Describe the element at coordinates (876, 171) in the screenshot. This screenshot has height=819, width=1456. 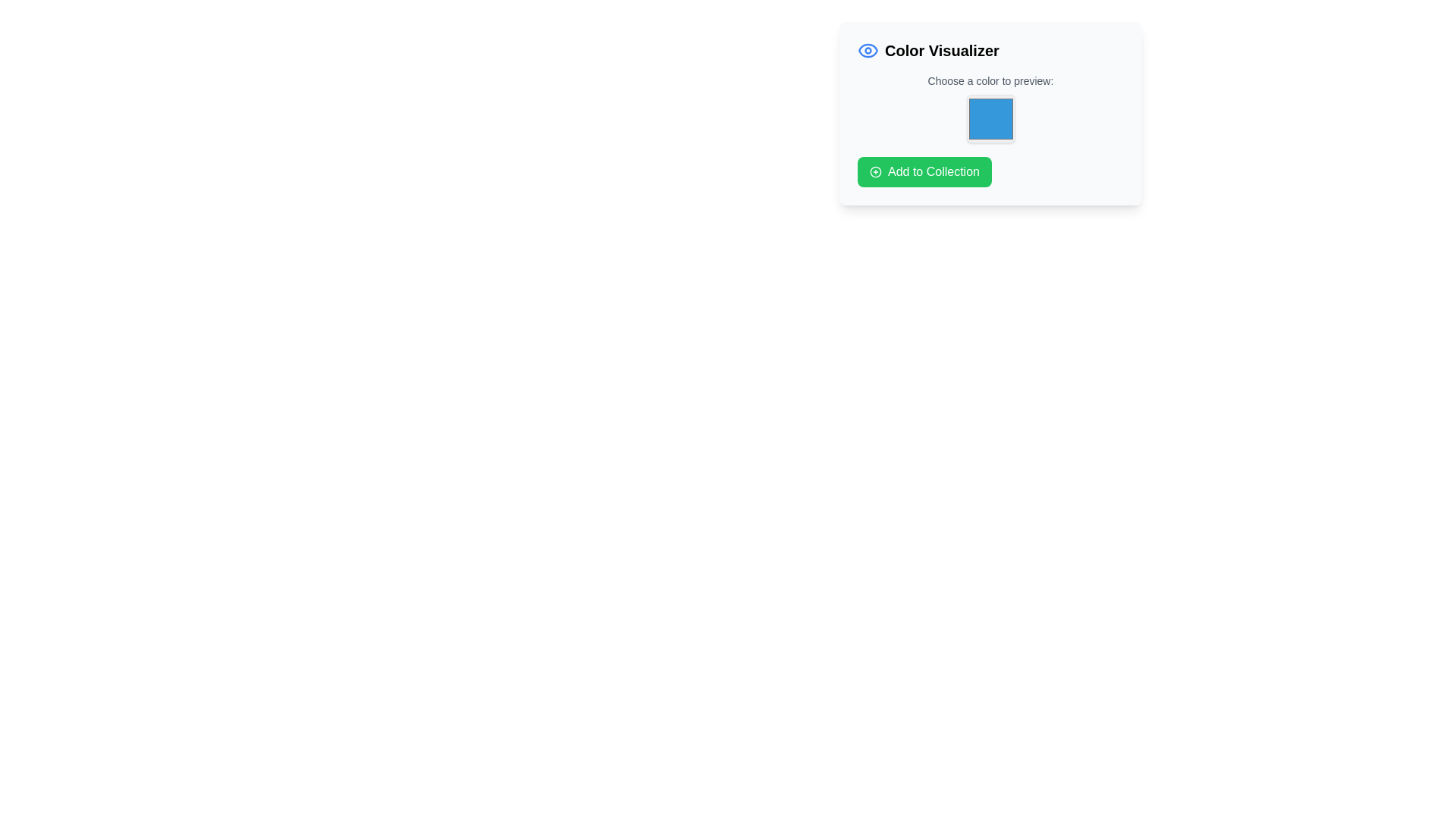
I see `the circular green icon with a plus symbol located to the left of the 'Add to Collection' label` at that location.